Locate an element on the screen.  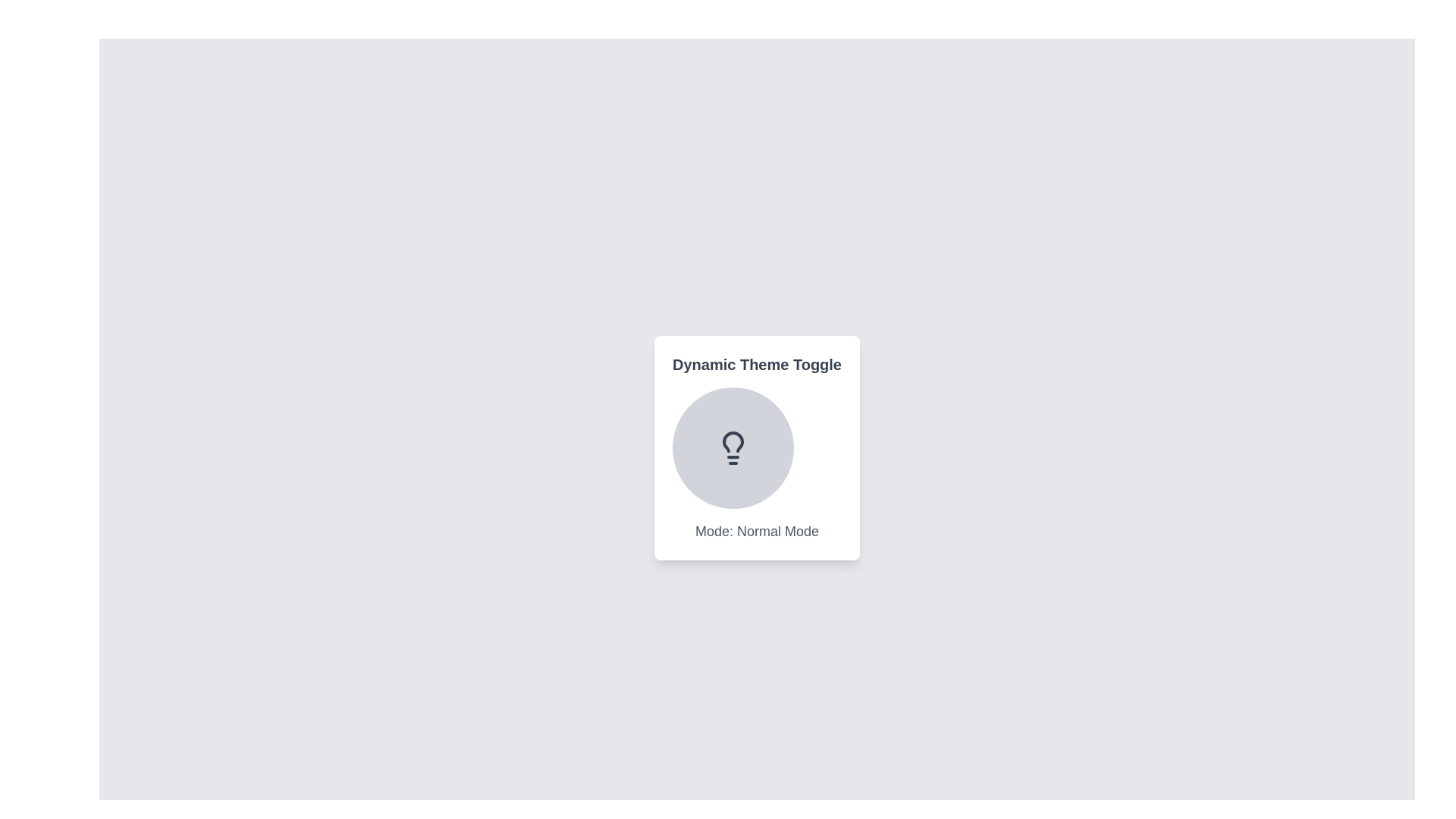
the button to toggle its state is located at coordinates (733, 447).